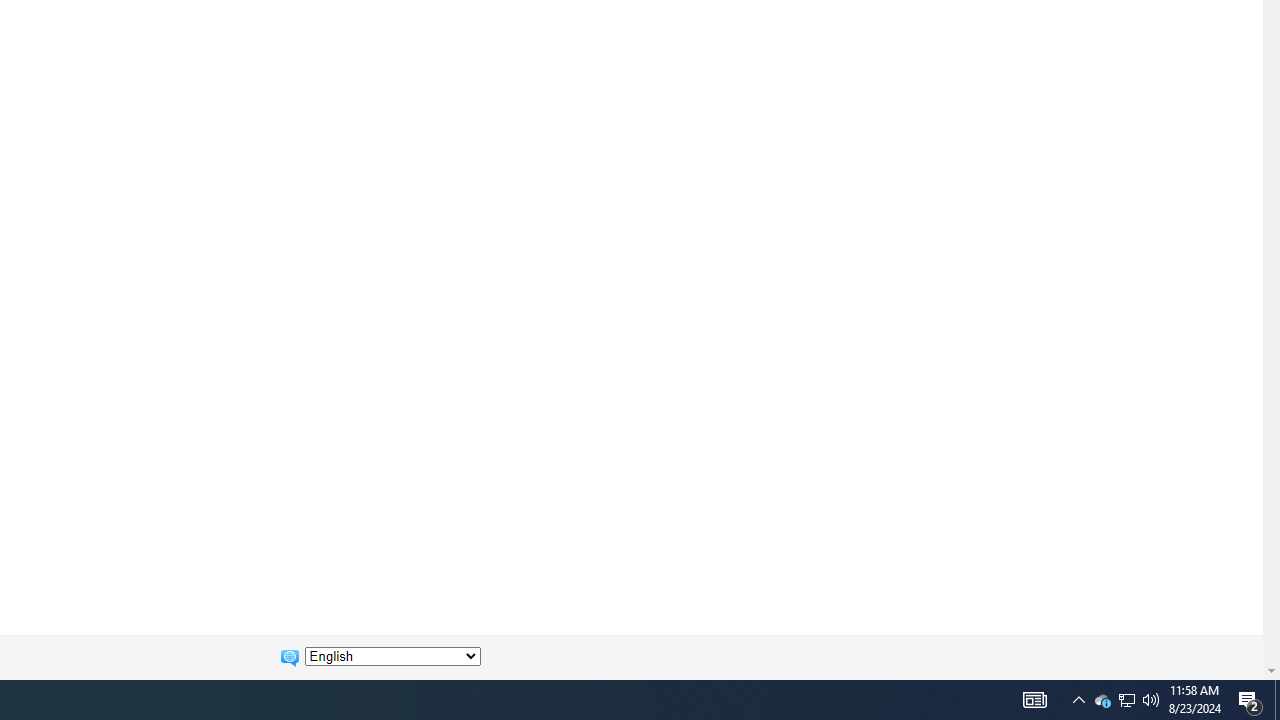 The image size is (1280, 720). Describe the element at coordinates (392, 656) in the screenshot. I see `'Change language:'` at that location.